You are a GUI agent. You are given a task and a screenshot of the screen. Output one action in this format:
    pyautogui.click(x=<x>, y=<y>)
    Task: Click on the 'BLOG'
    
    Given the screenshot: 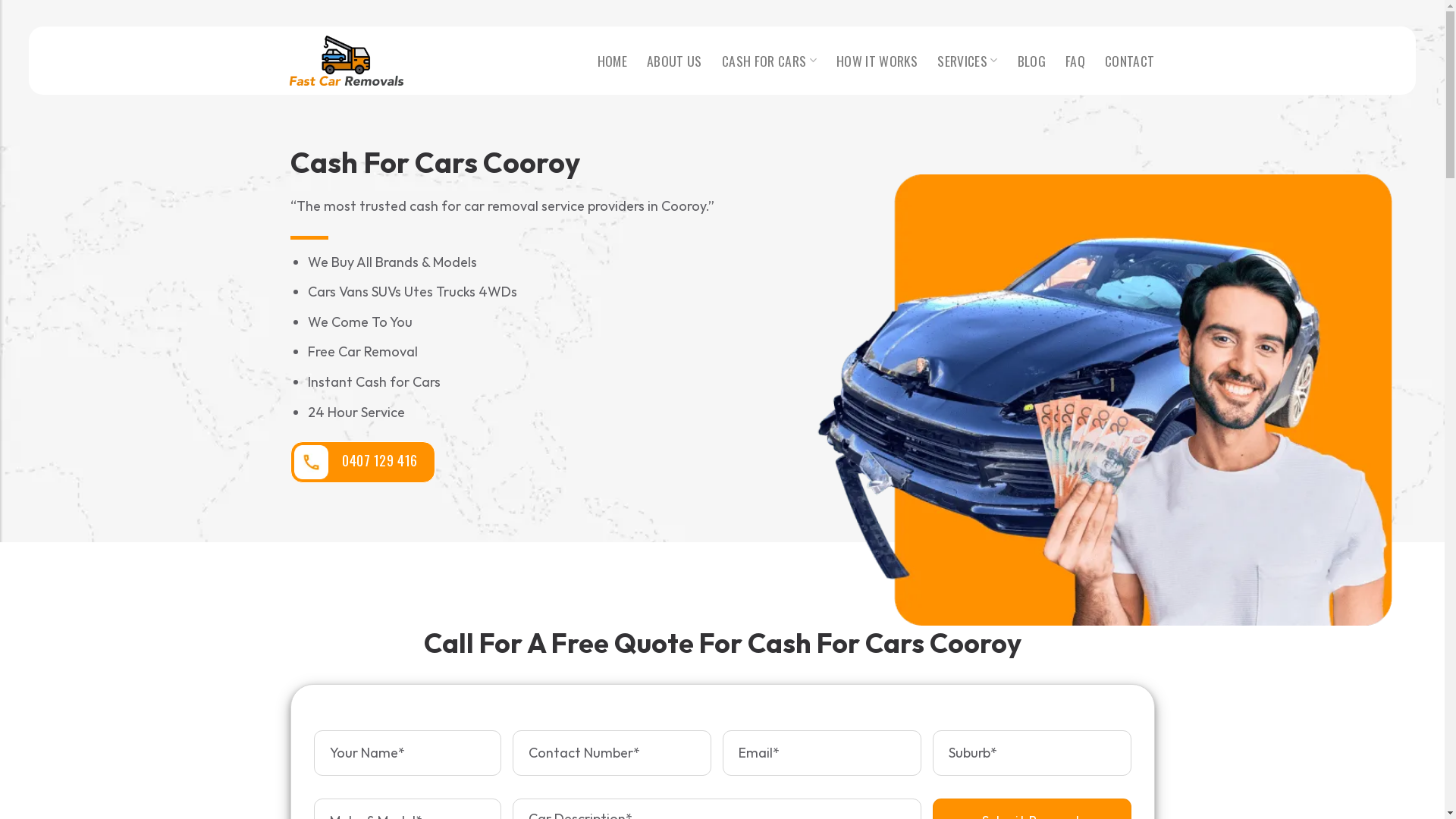 What is the action you would take?
    pyautogui.click(x=1031, y=60)
    